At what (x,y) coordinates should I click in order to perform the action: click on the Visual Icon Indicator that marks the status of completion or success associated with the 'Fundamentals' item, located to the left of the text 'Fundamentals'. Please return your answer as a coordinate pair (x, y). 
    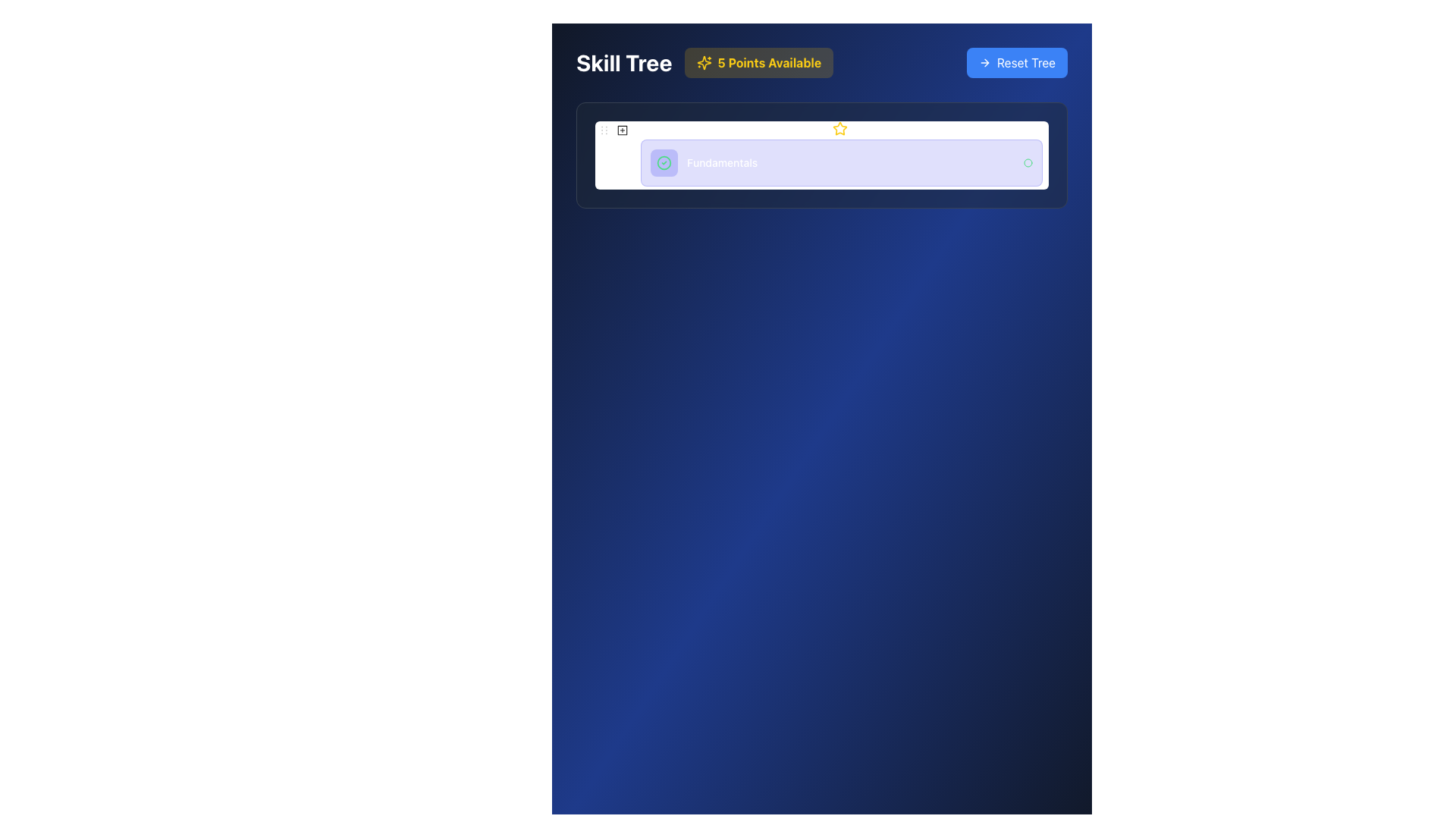
    Looking at the image, I should click on (664, 163).